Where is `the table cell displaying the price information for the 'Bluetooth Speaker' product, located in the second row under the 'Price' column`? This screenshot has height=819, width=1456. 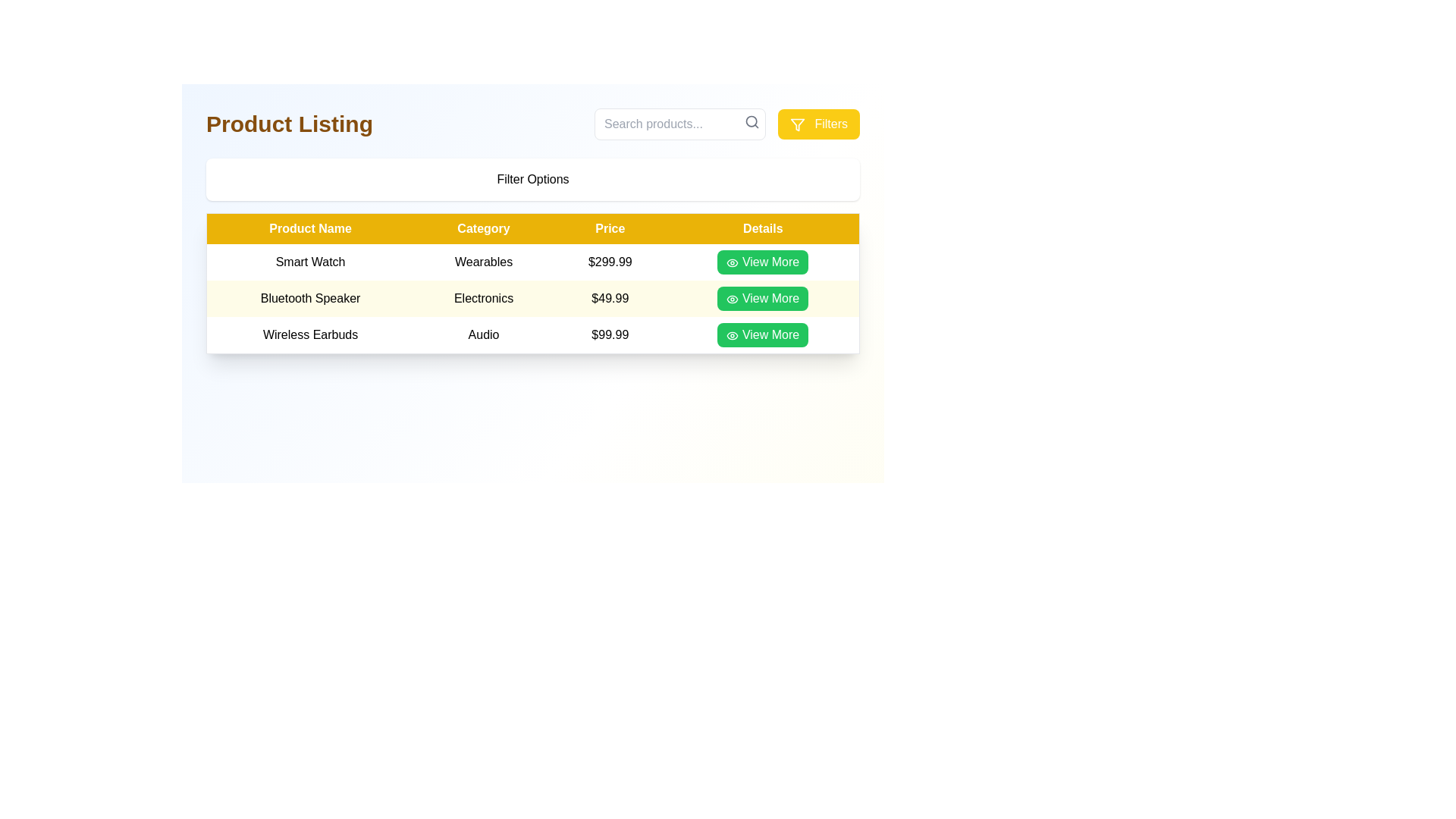 the table cell displaying the price information for the 'Bluetooth Speaker' product, located in the second row under the 'Price' column is located at coordinates (610, 298).